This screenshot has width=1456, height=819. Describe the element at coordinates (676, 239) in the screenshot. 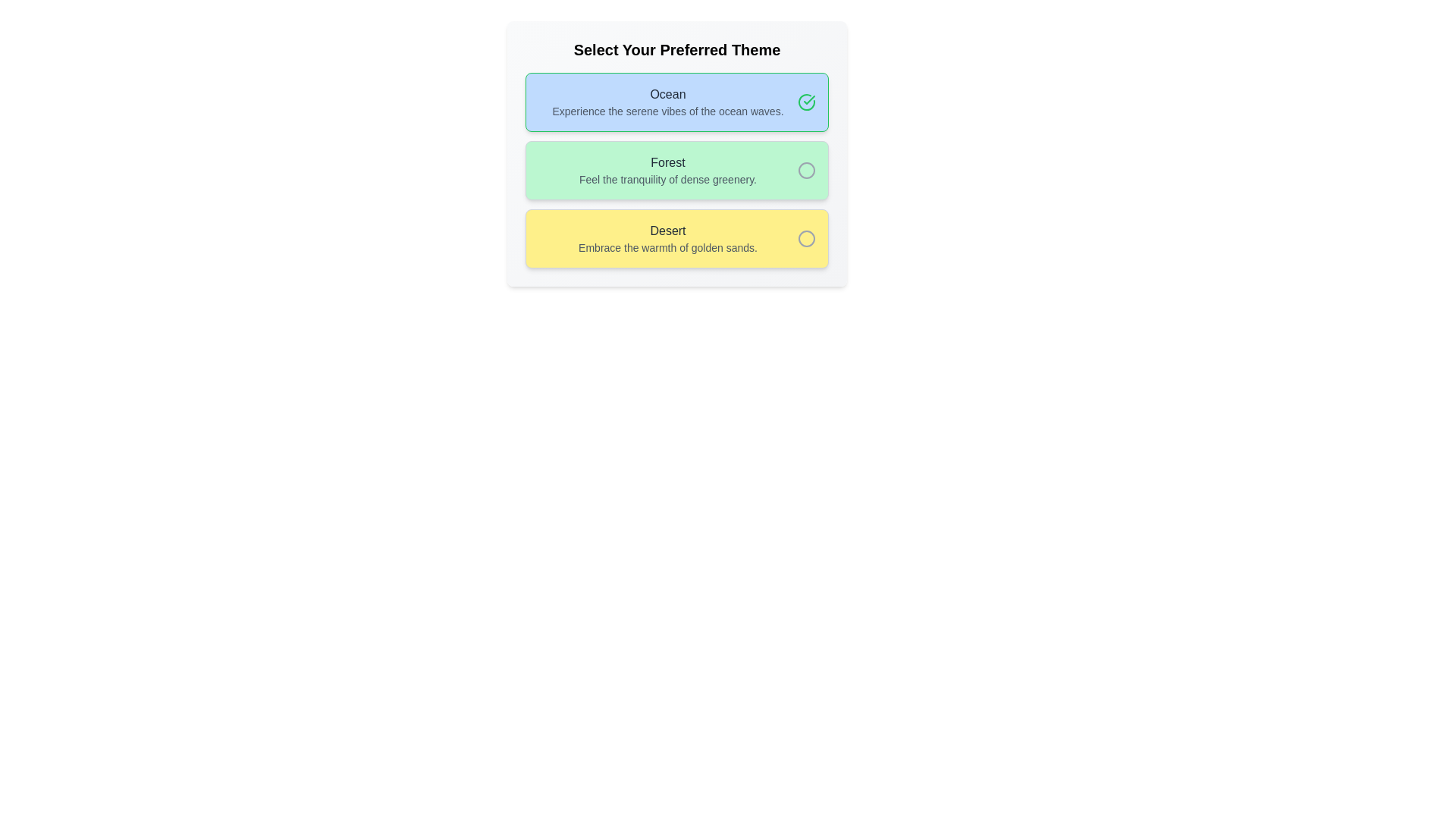

I see `the selectable list item for the theme 'Desert'` at that location.